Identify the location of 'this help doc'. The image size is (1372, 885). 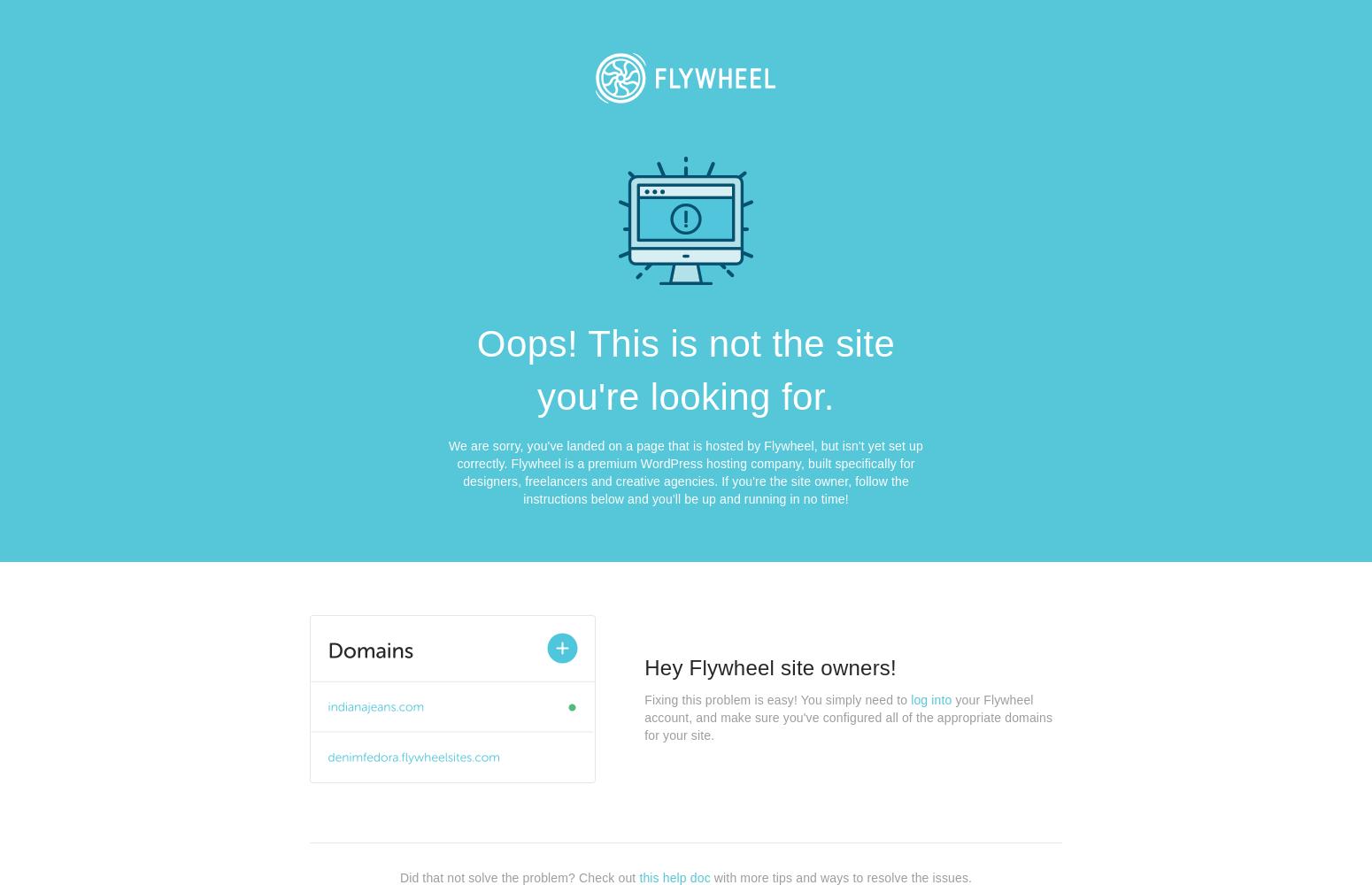
(674, 876).